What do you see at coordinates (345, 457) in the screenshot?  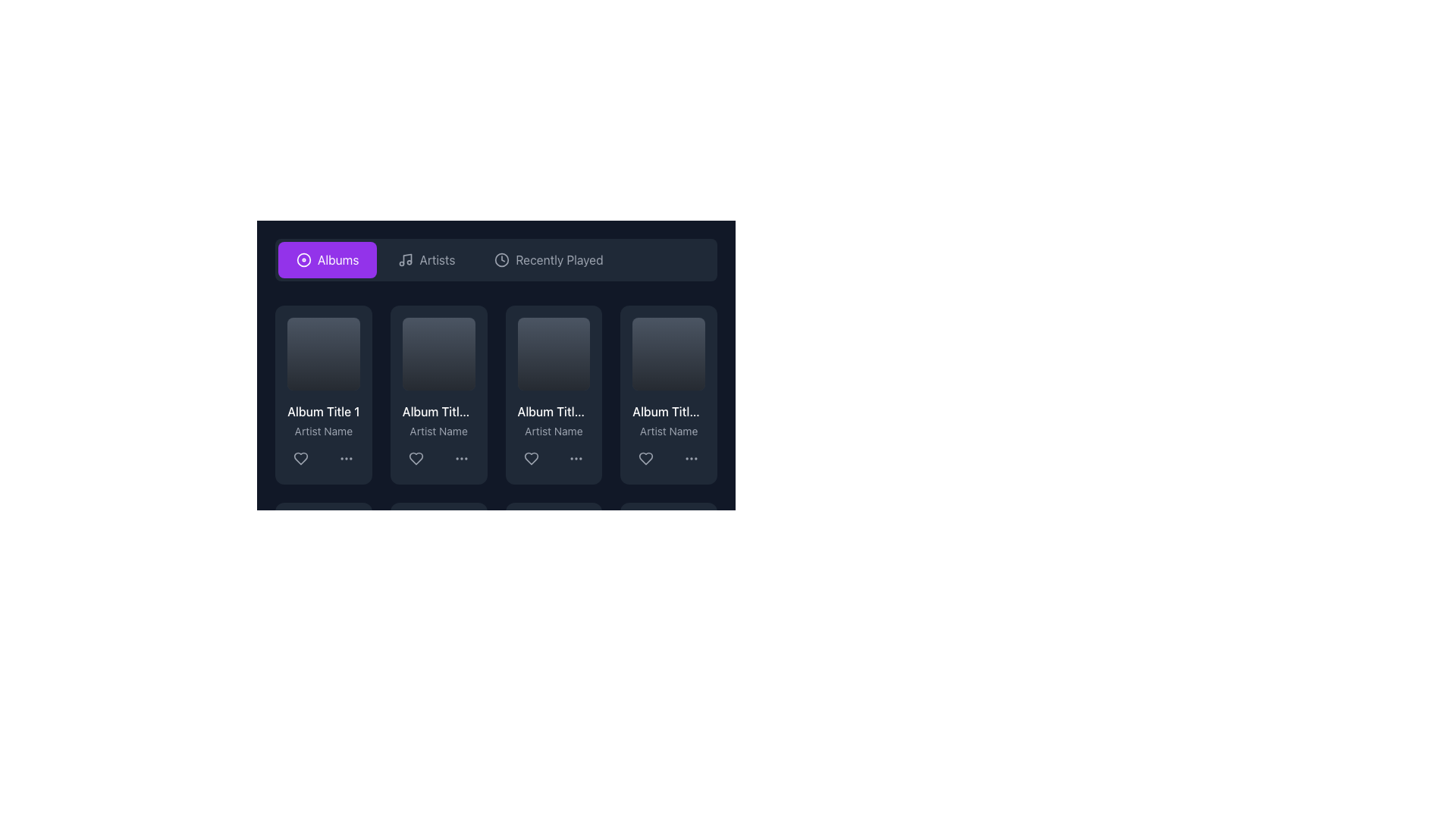 I see `the contextual menu button located in the bottom-right corner of the first album card` at bounding box center [345, 457].